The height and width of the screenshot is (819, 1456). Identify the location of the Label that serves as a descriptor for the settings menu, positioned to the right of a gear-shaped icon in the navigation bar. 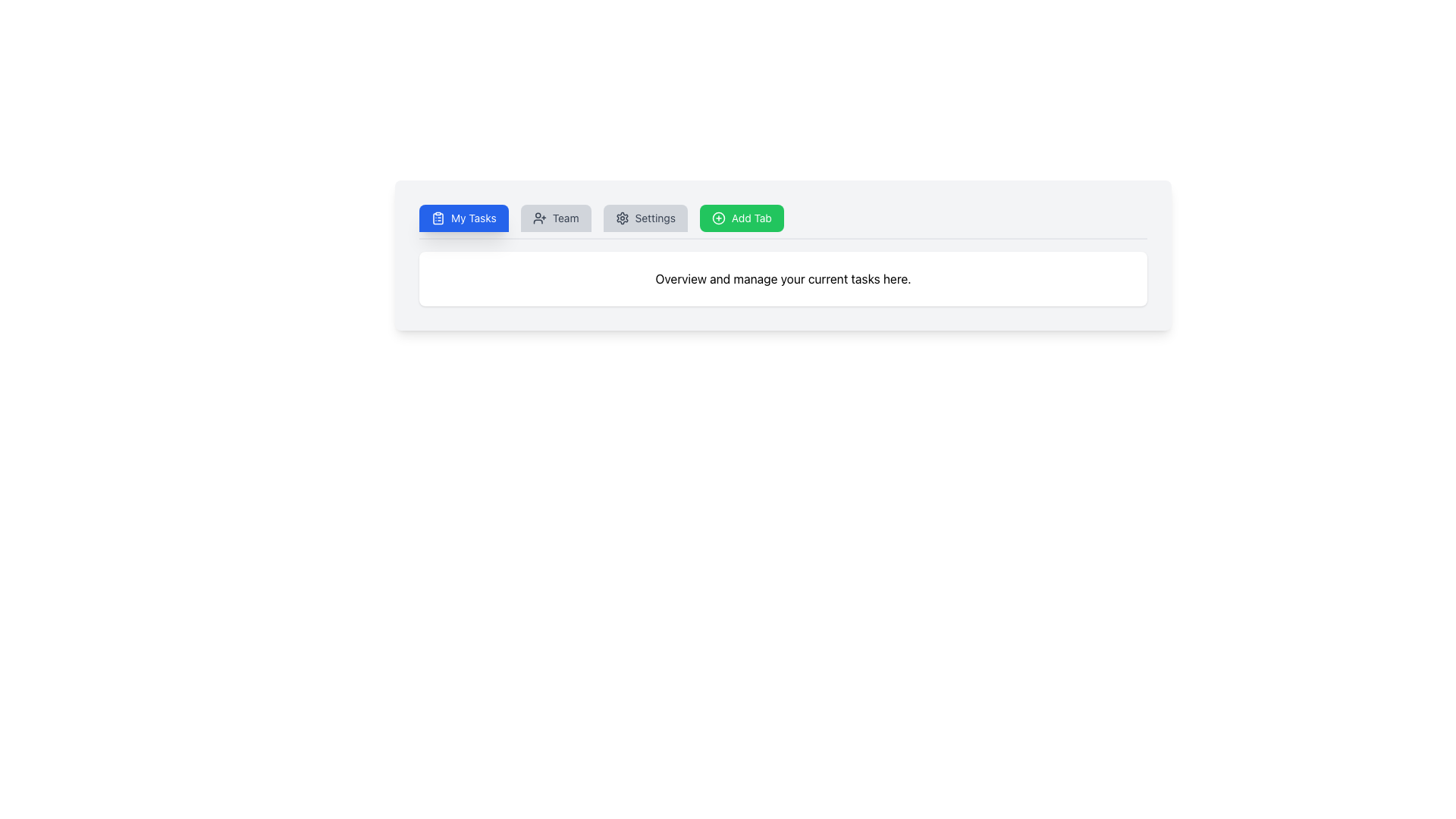
(655, 218).